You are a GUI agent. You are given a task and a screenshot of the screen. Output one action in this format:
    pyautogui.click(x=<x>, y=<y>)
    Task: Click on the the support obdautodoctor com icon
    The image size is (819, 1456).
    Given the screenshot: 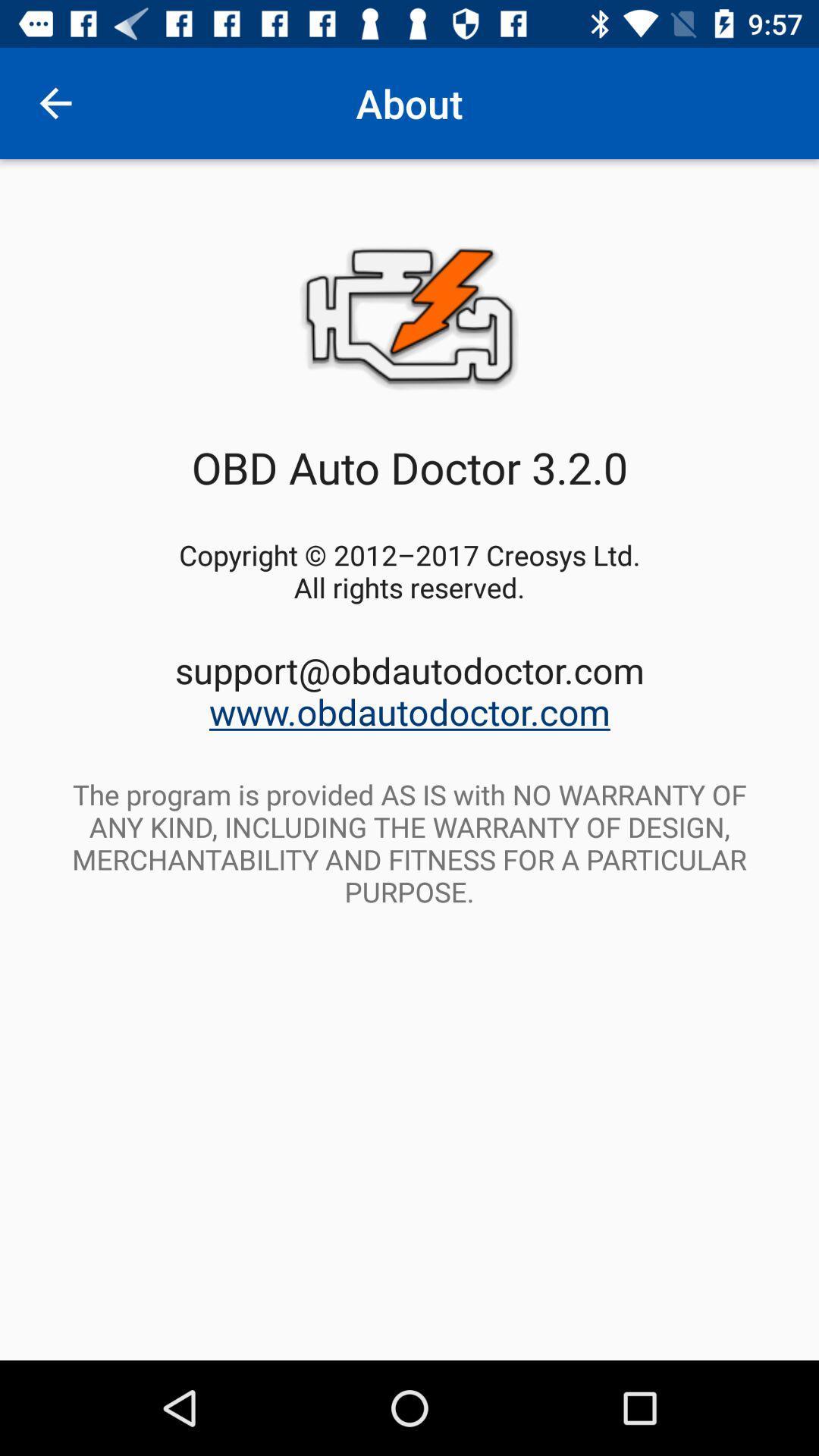 What is the action you would take?
    pyautogui.click(x=409, y=690)
    